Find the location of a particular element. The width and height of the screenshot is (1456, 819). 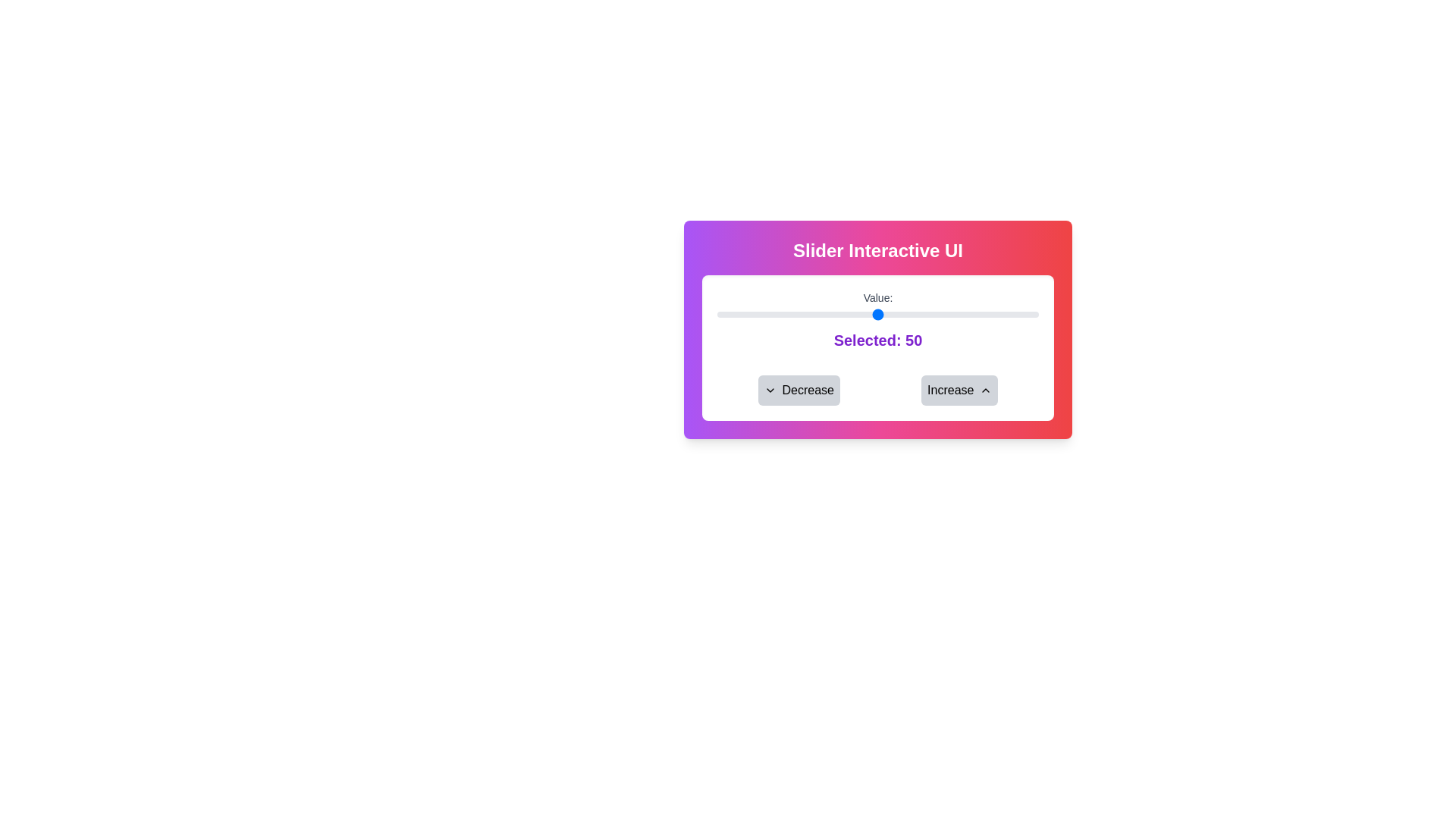

slider value is located at coordinates (839, 314).